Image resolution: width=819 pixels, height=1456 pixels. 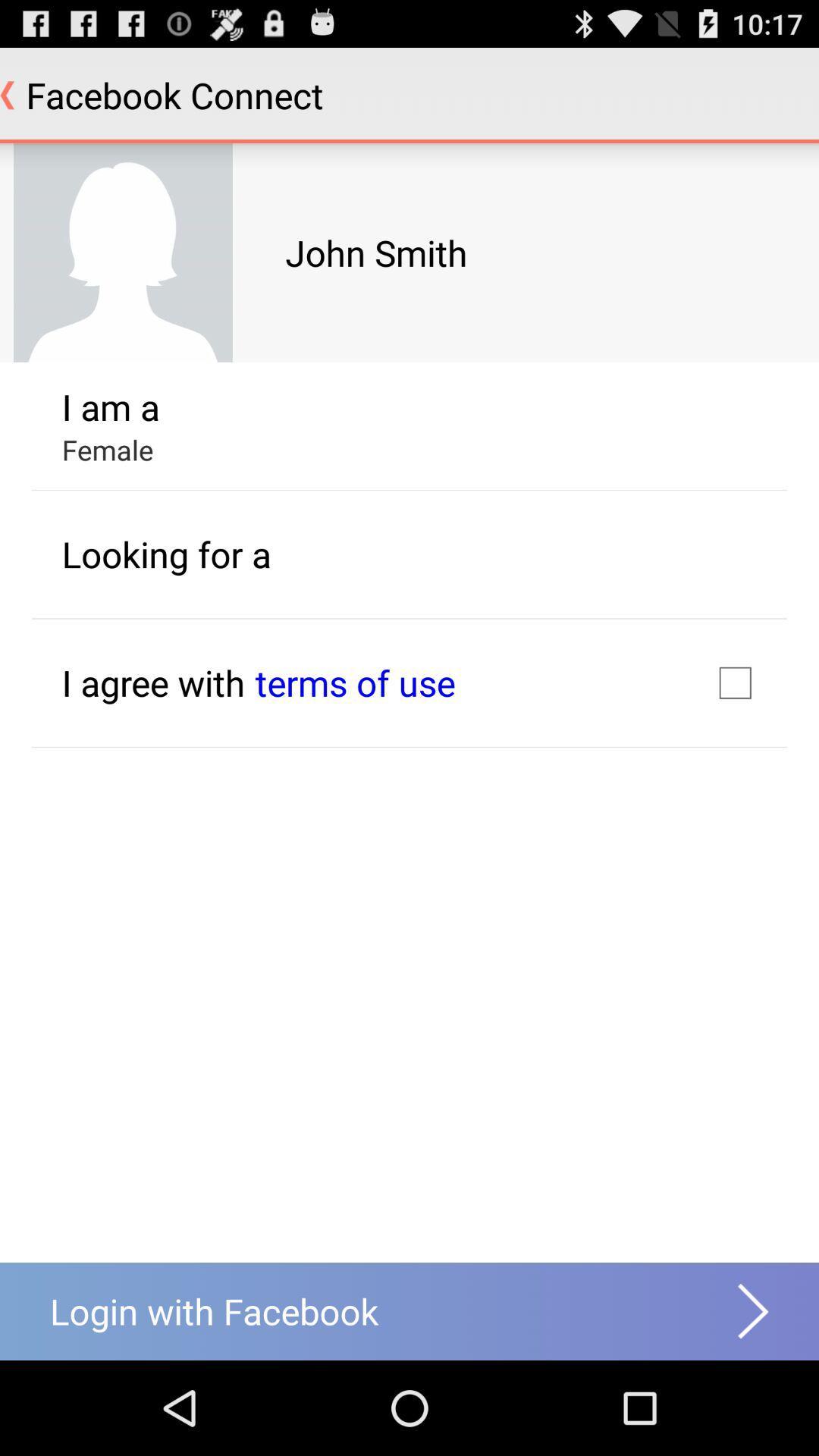 I want to click on the i am a icon, so click(x=110, y=406).